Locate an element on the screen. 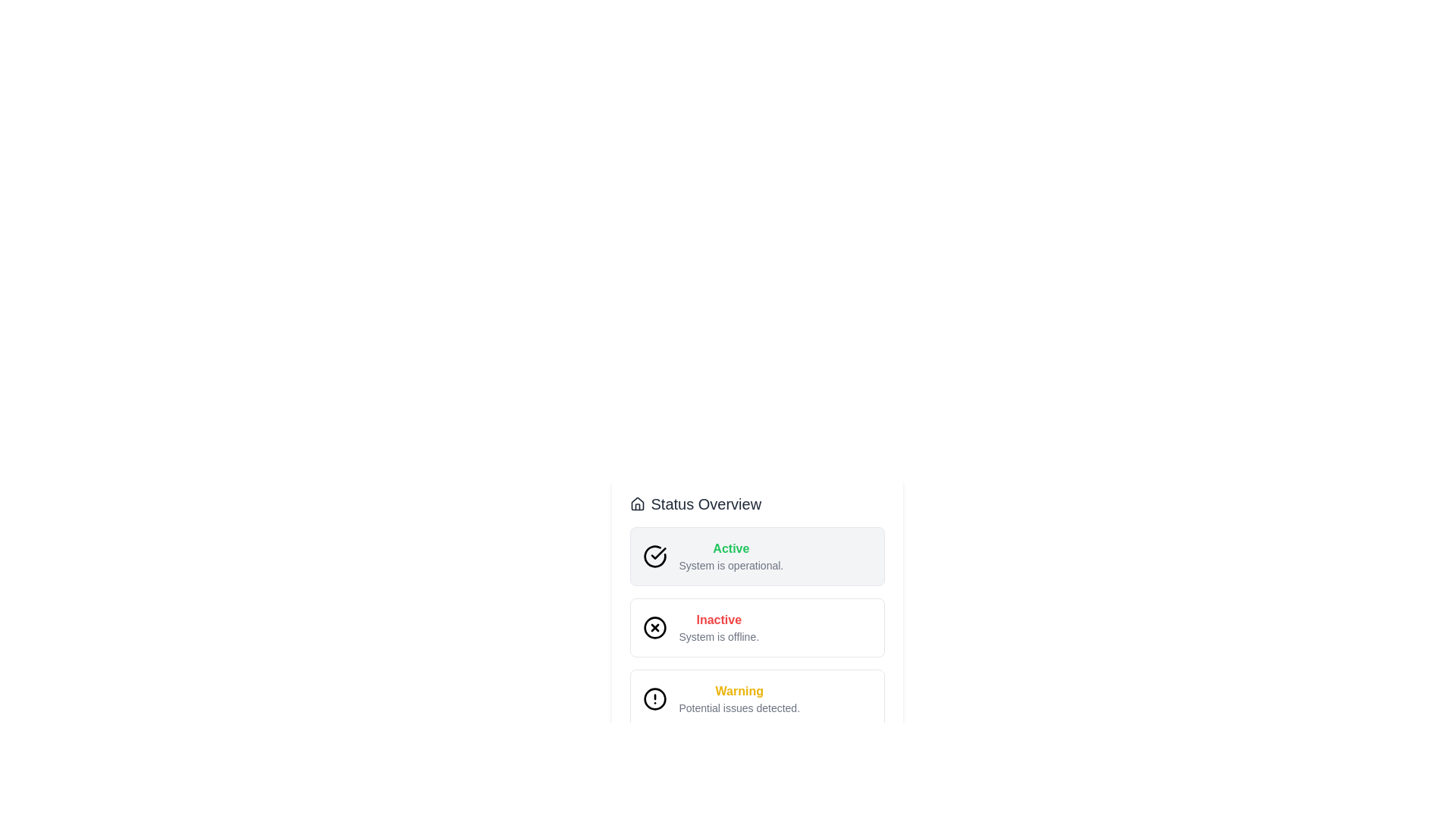 Image resolution: width=1456 pixels, height=819 pixels. the first Status Card in the vertical list of status indicators is located at coordinates (757, 556).